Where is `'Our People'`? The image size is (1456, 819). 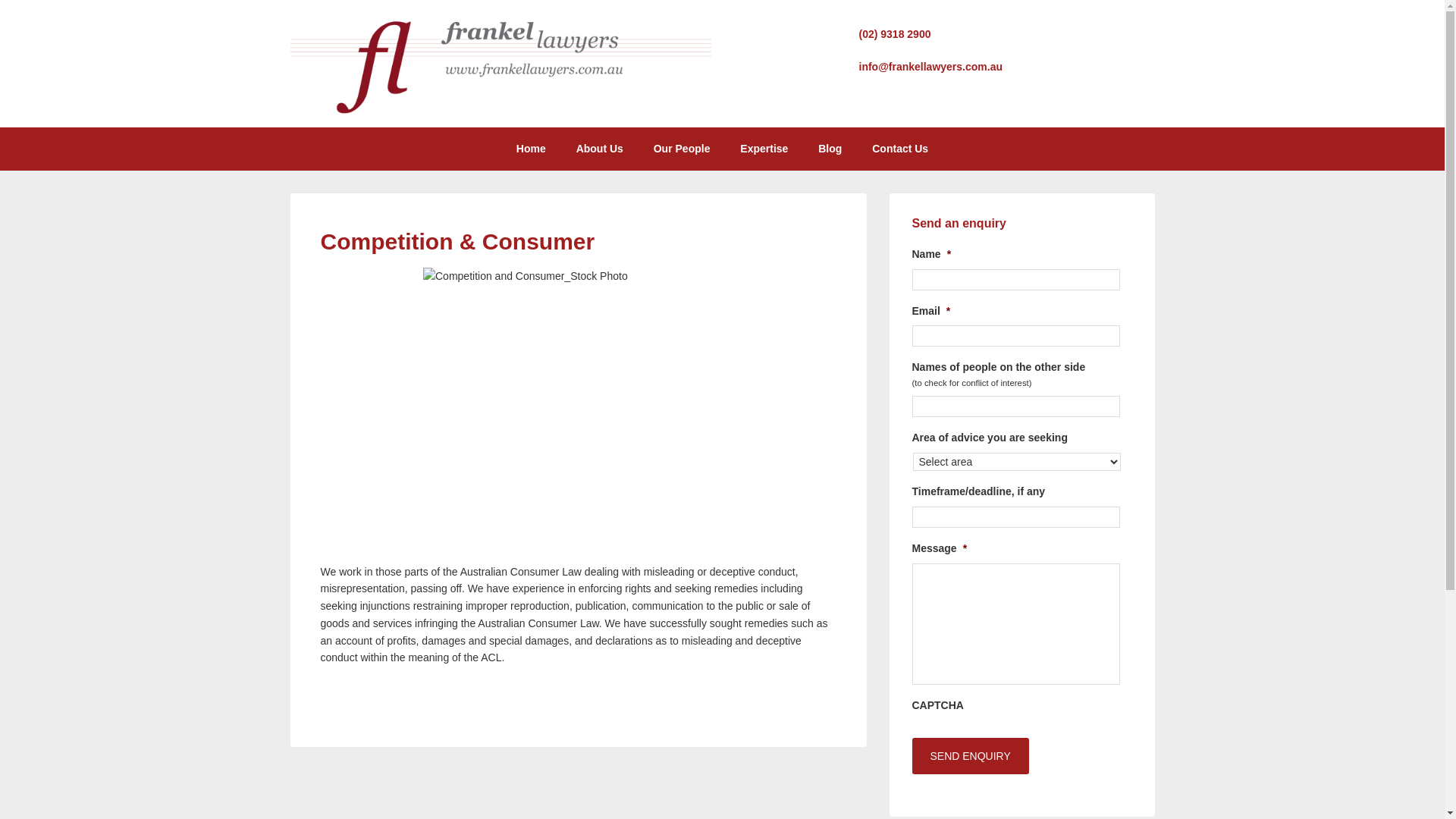
'Our People' is located at coordinates (640, 149).